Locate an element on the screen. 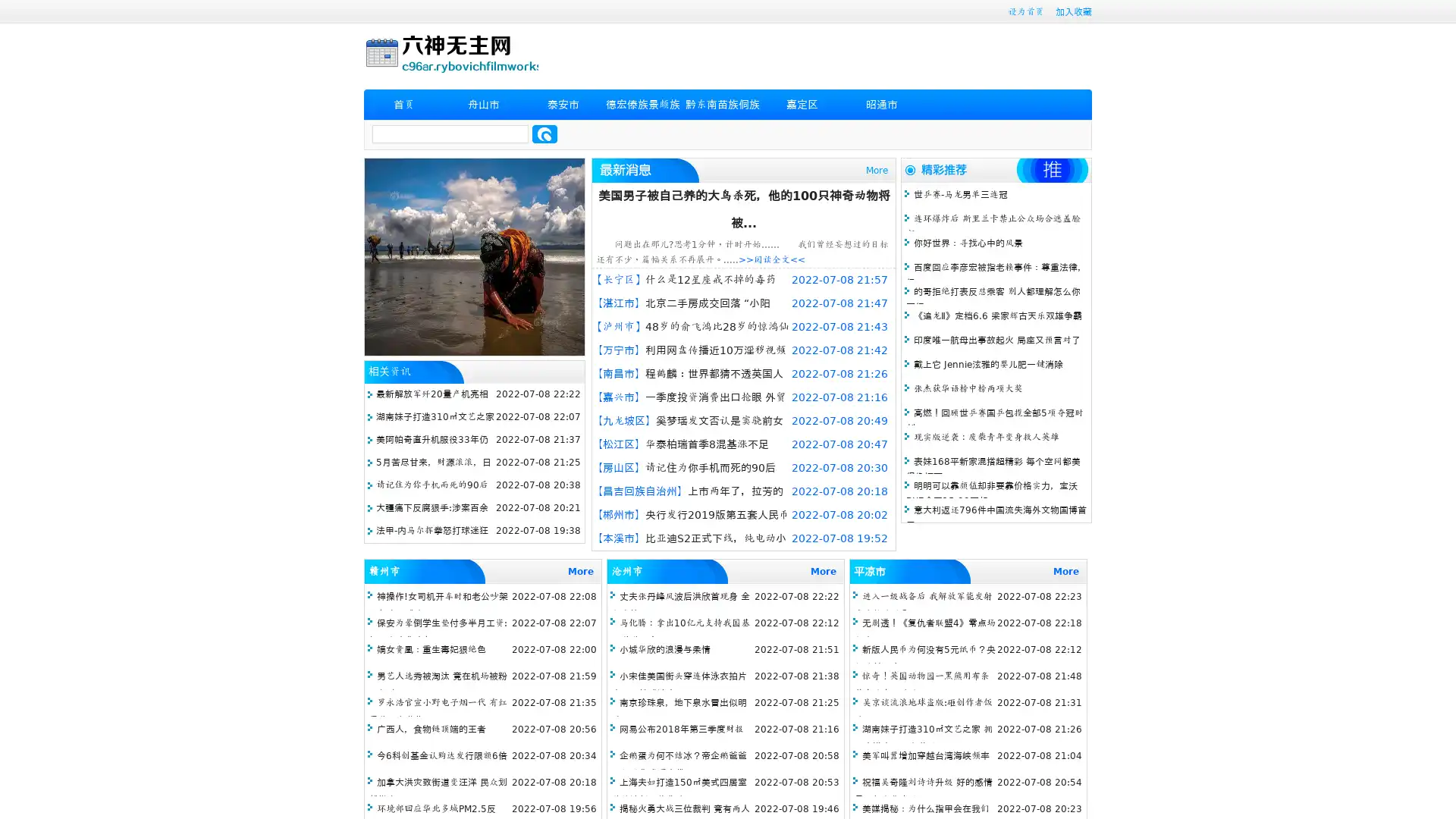 This screenshot has width=1456, height=819. Search is located at coordinates (544, 133).